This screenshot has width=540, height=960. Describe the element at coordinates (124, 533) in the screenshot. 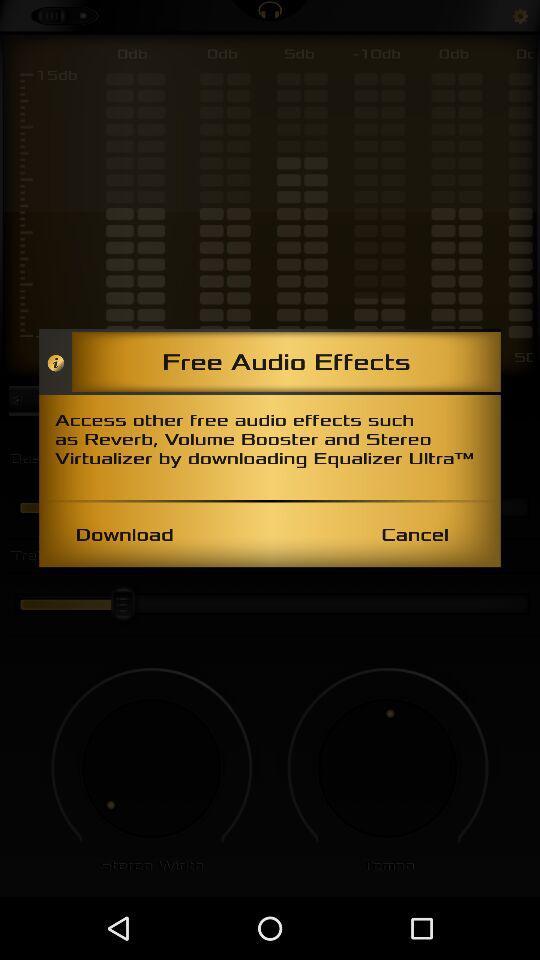

I see `the download icon` at that location.